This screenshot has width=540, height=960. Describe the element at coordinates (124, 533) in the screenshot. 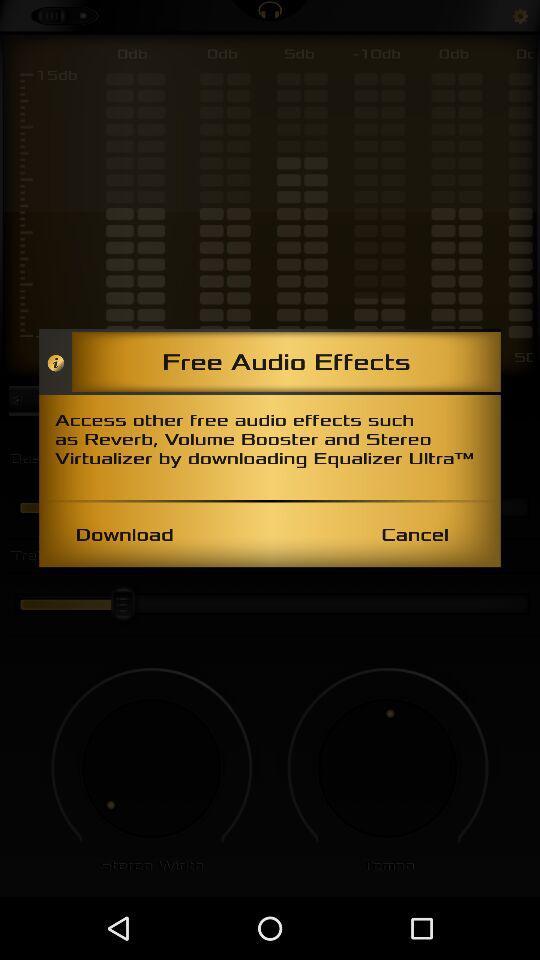

I see `the download icon` at that location.